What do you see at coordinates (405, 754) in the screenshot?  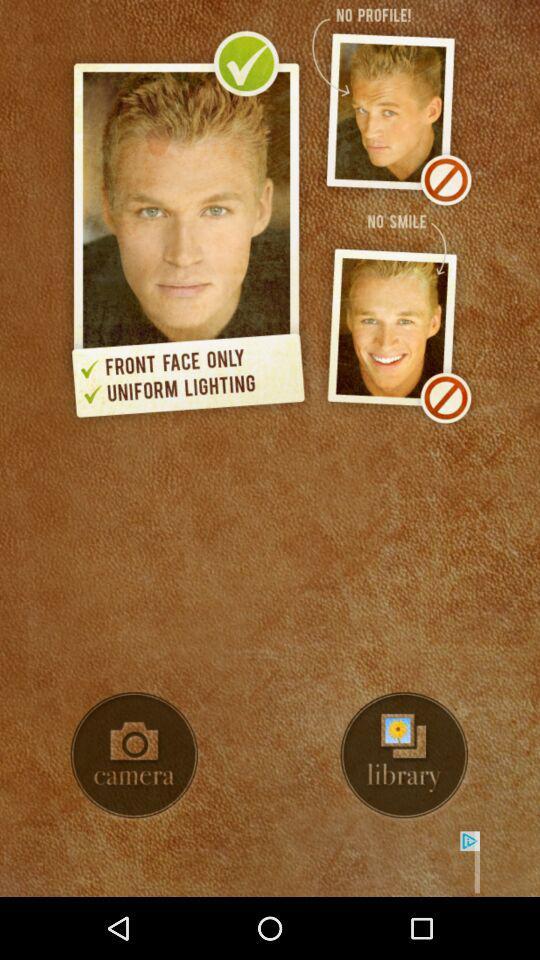 I see `open the photo library` at bounding box center [405, 754].